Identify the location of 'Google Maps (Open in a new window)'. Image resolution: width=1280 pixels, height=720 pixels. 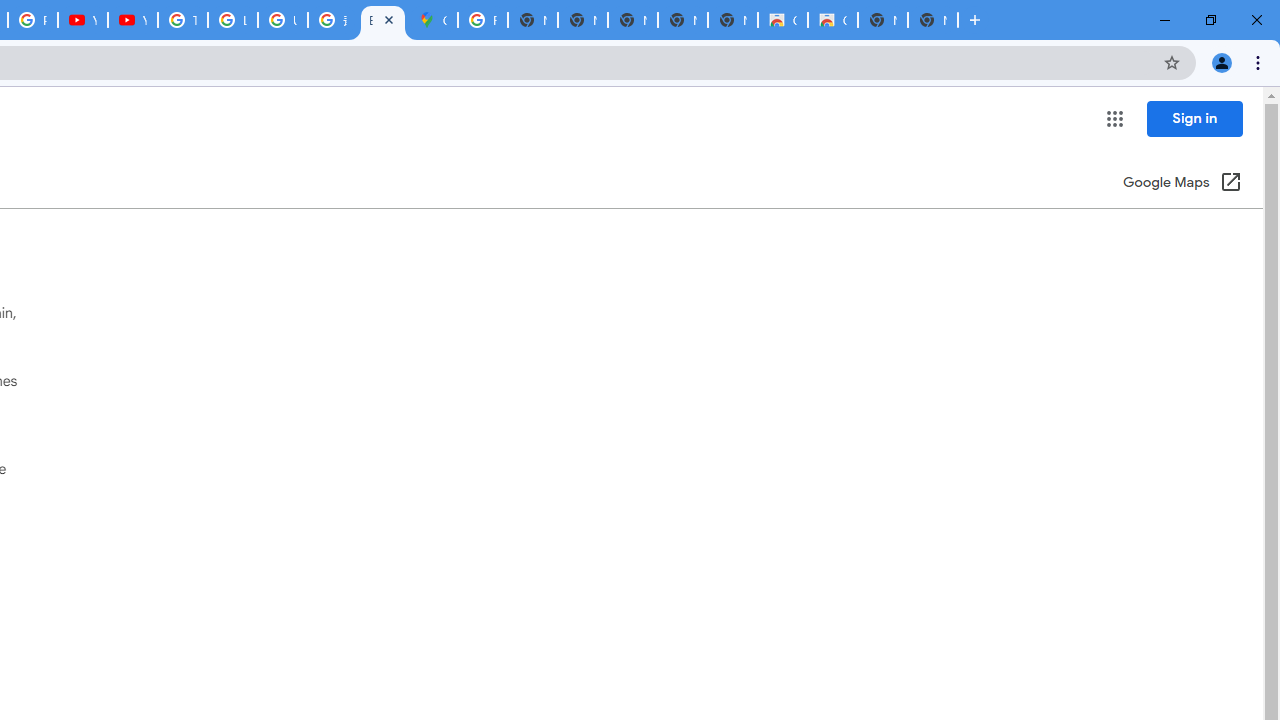
(1182, 183).